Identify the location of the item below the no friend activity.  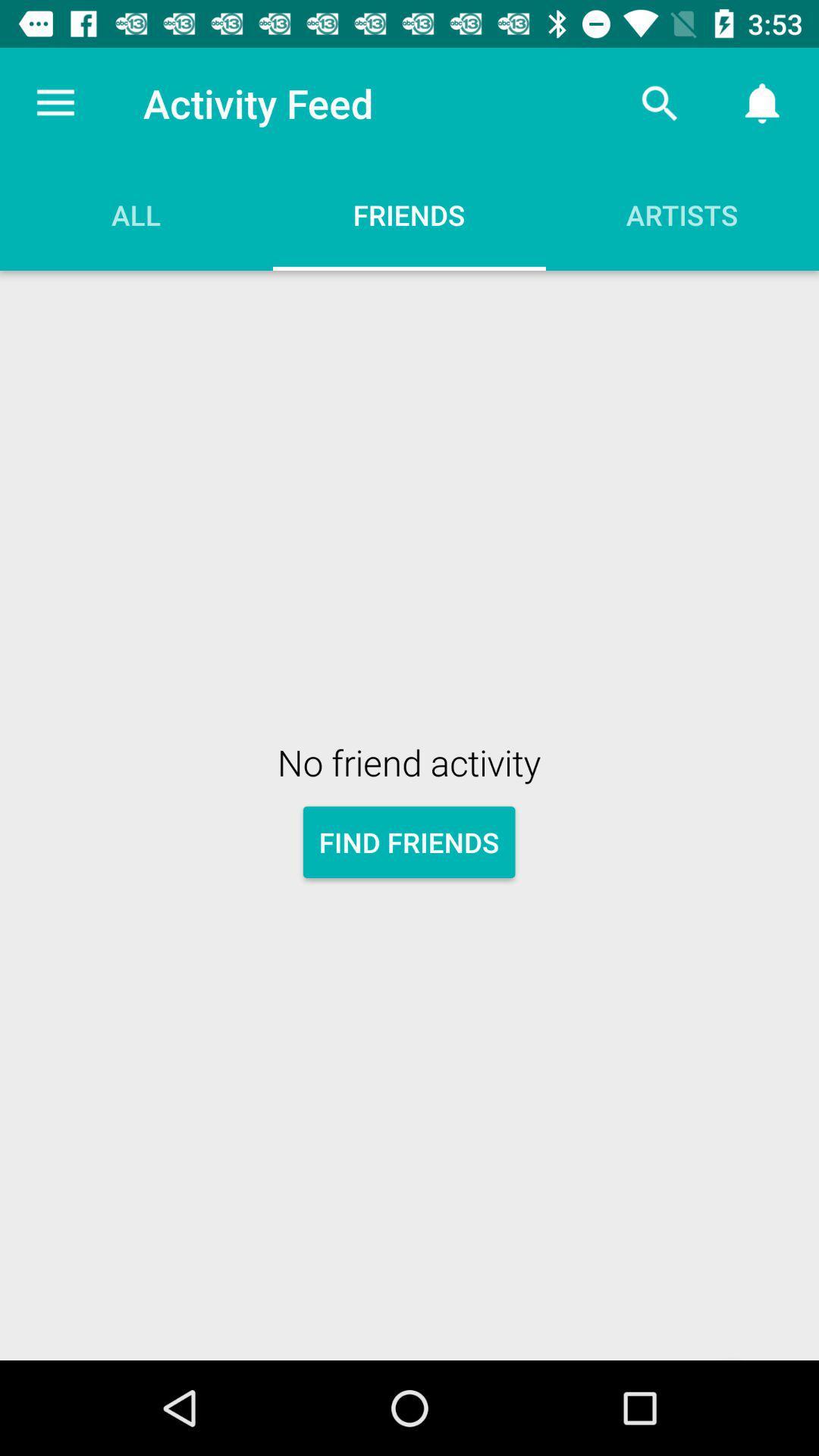
(408, 841).